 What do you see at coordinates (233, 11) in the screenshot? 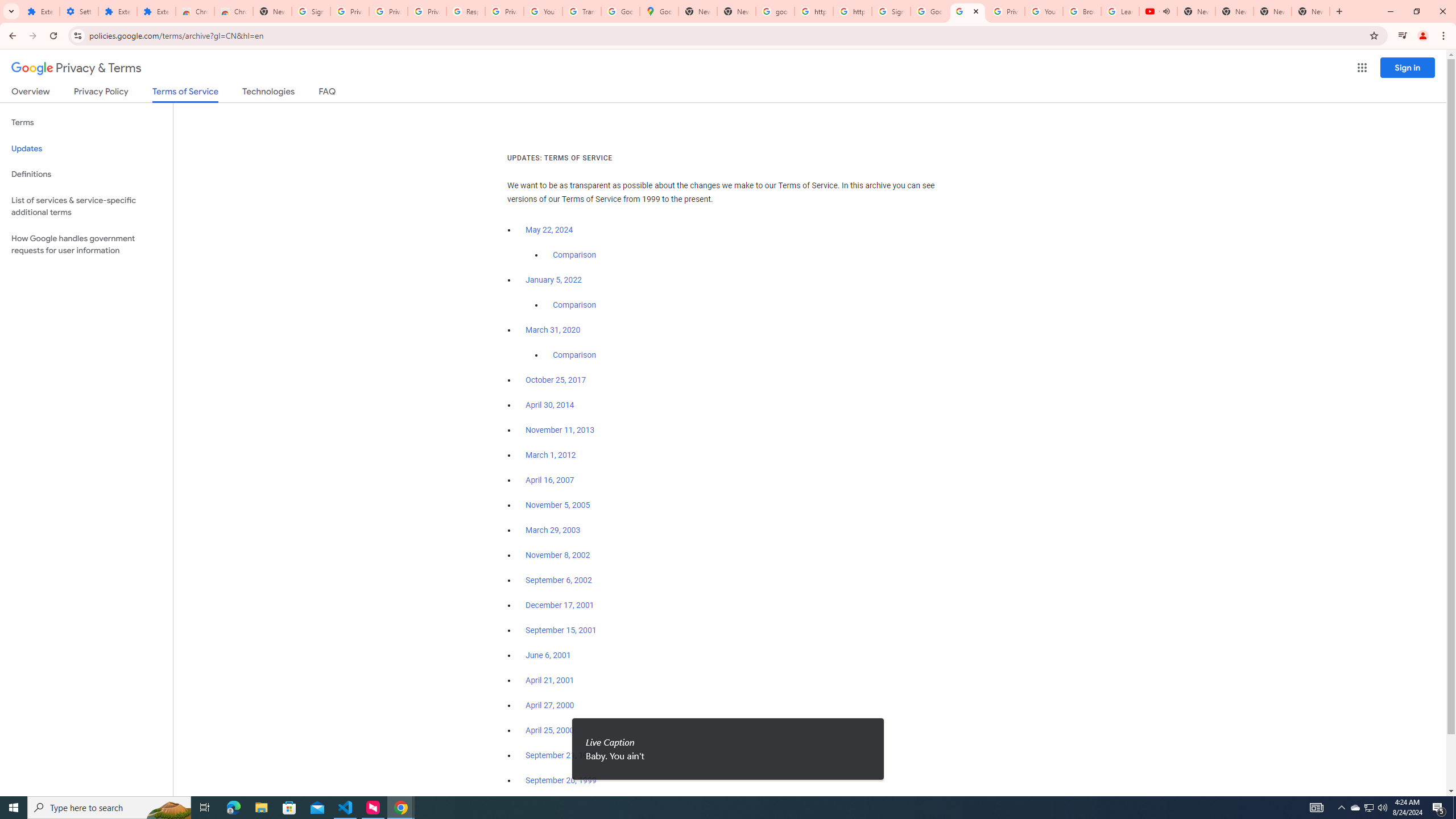
I see `'Chrome Web Store - Themes'` at bounding box center [233, 11].